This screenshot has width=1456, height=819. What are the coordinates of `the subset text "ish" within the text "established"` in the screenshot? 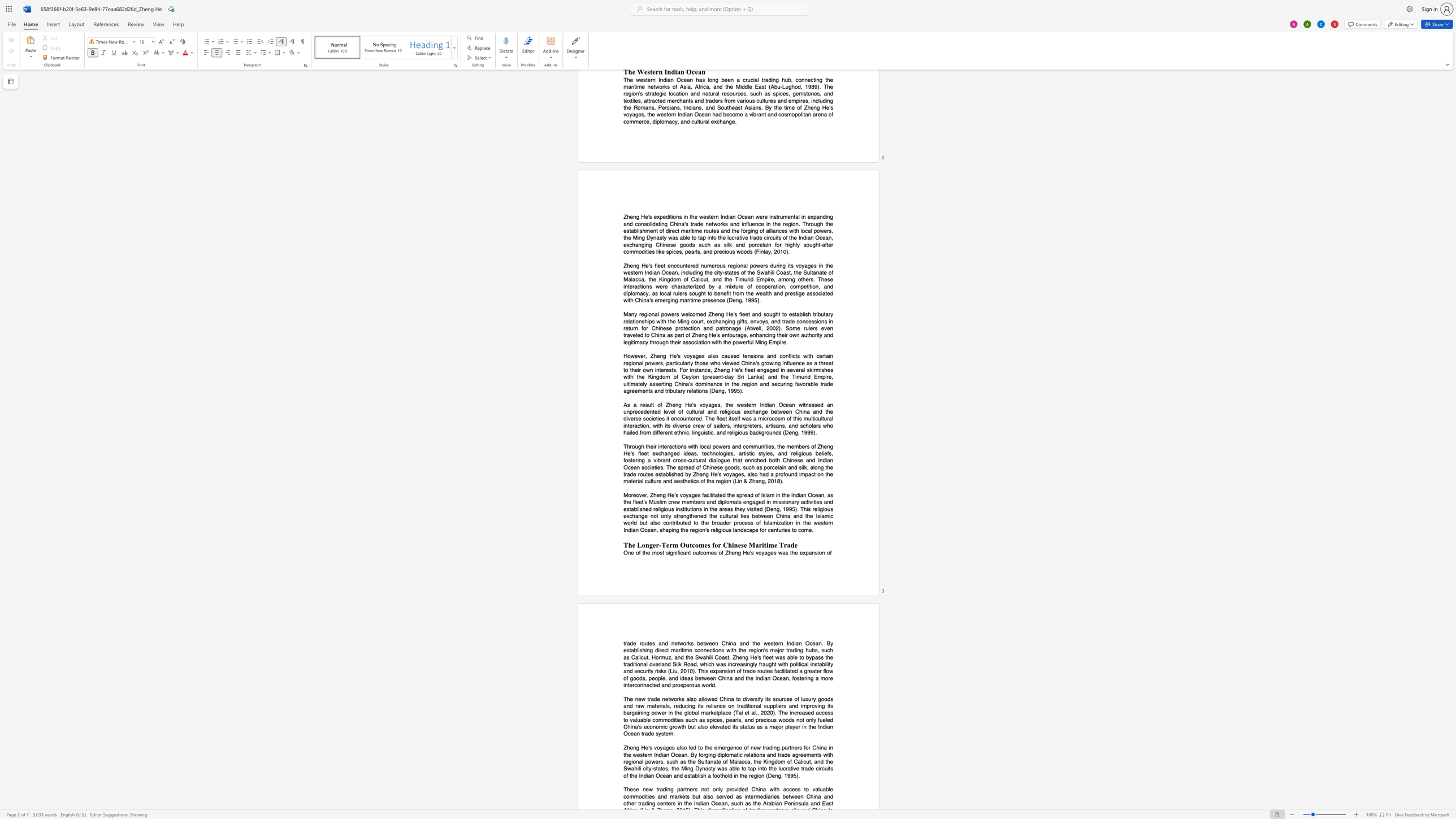 It's located at (670, 474).